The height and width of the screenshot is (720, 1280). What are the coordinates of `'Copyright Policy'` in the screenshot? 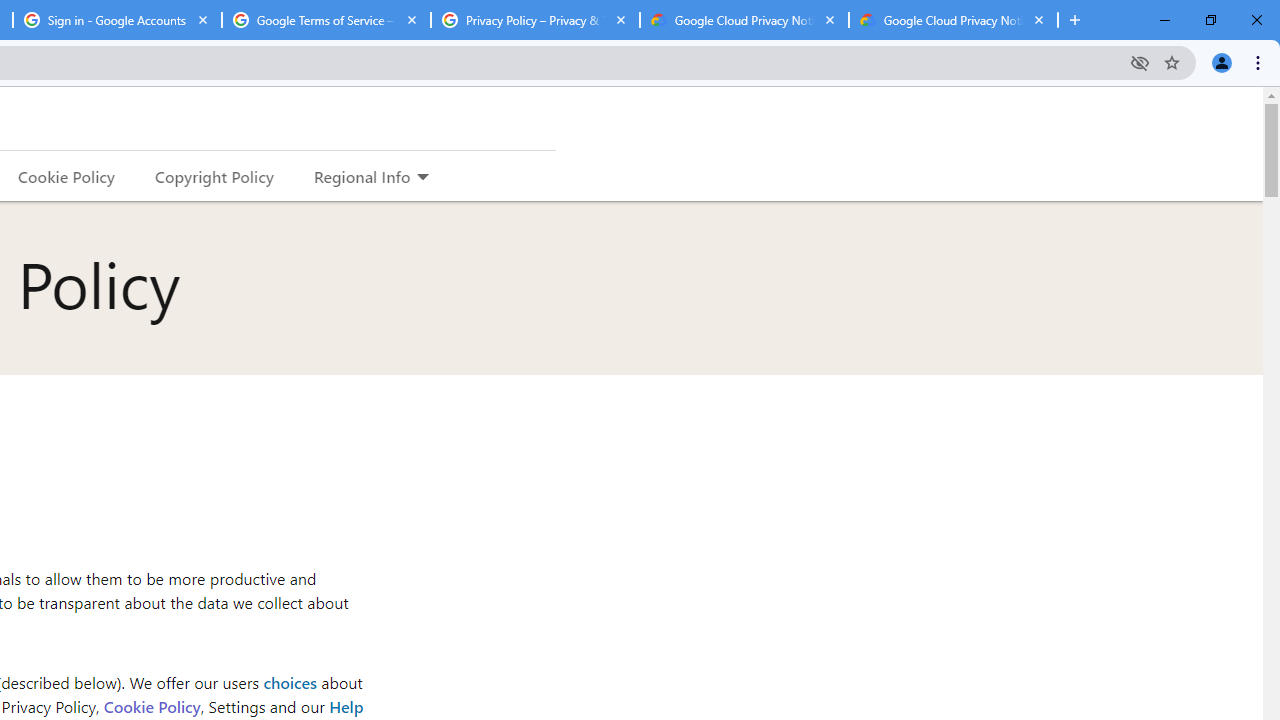 It's located at (213, 175).